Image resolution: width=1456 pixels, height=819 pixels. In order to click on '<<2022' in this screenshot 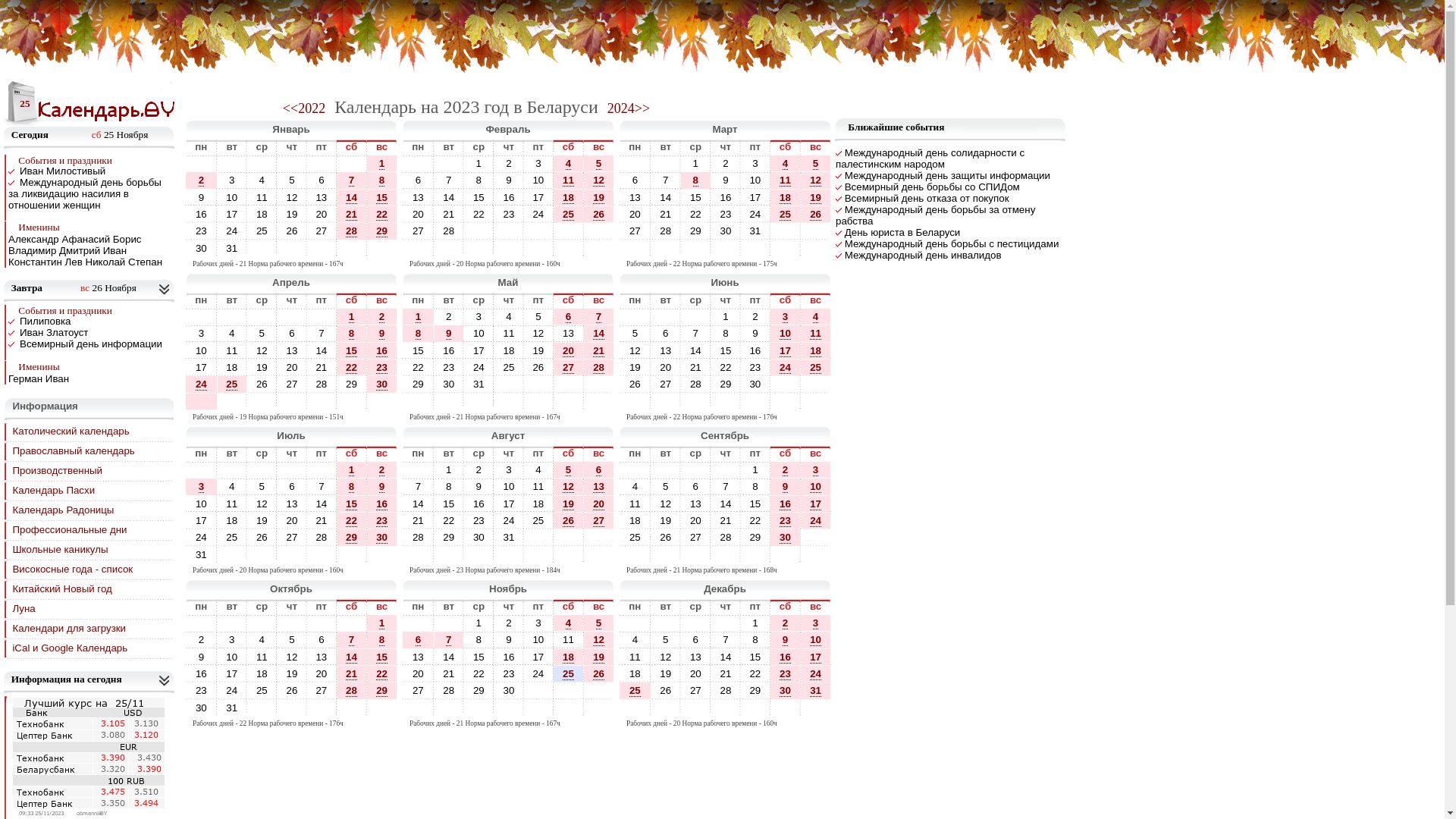, I will do `click(283, 107)`.